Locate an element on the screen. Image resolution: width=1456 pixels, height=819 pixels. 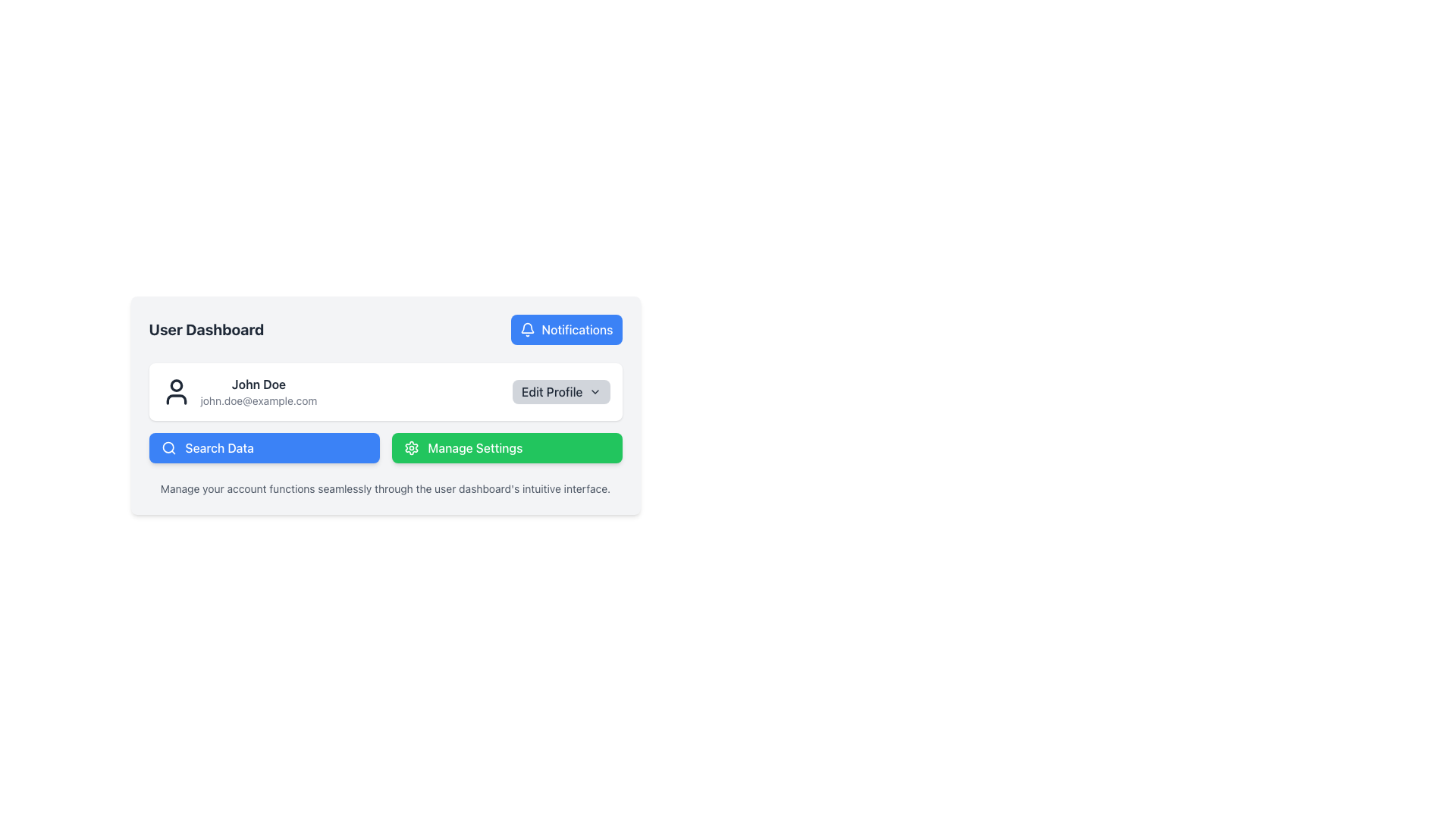
the blue 'Notifications' button with a white bell icon is located at coordinates (566, 329).